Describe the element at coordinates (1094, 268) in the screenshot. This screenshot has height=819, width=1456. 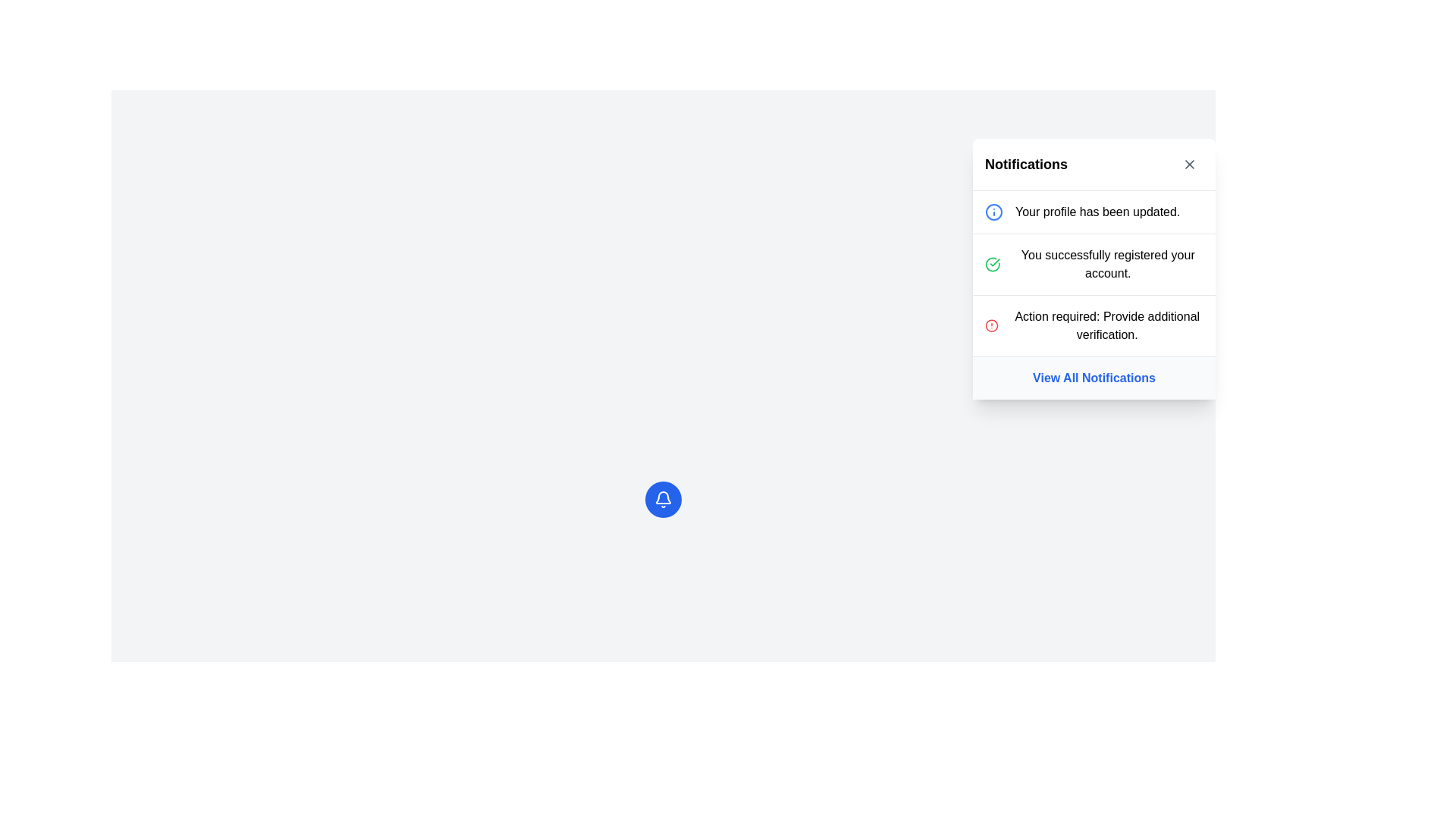
I see `an individual notification within the Notifications panel located in the top-right corner of the application interface` at that location.